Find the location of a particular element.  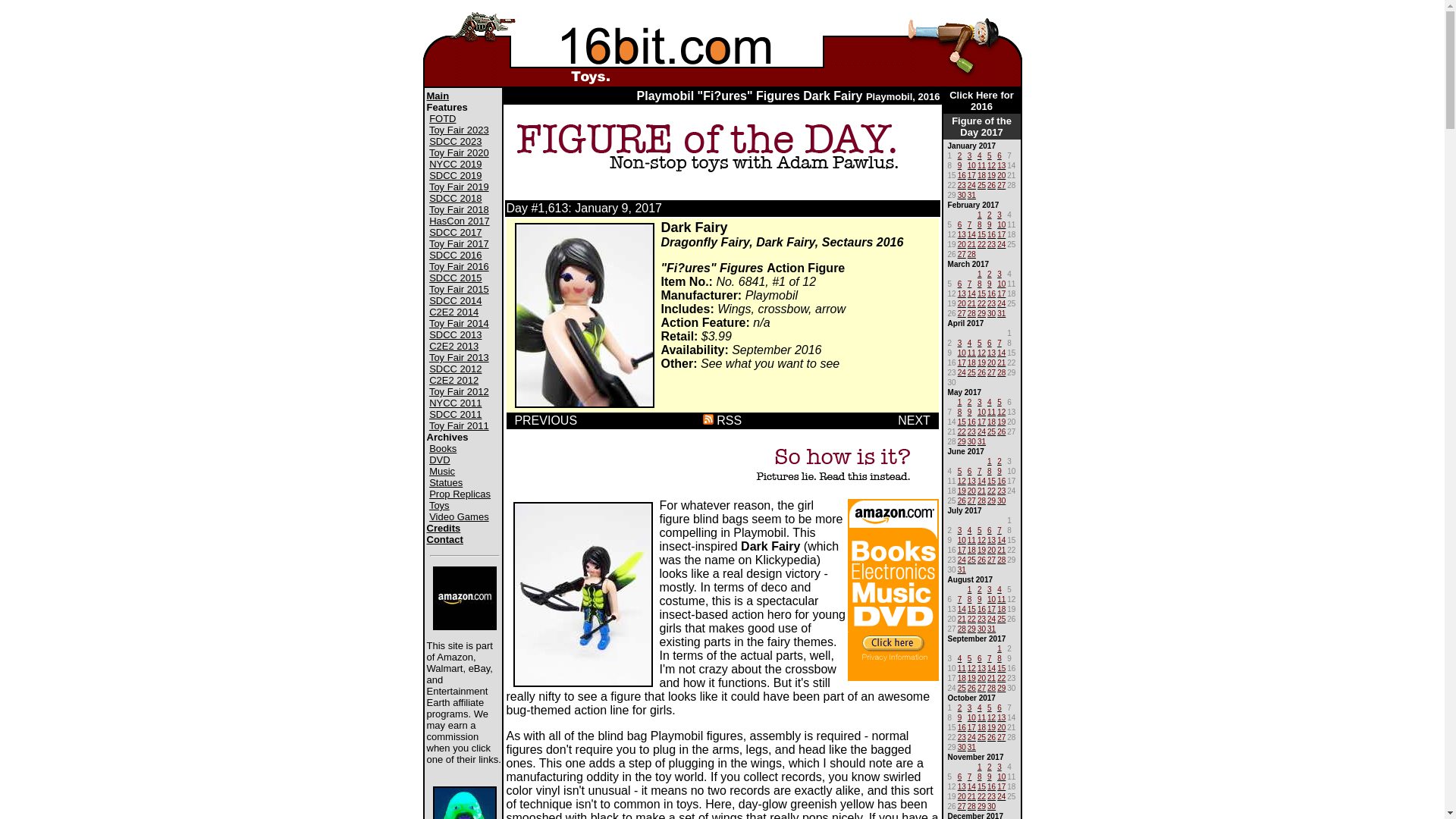

'Toy Fair 2013' is located at coordinates (458, 357).